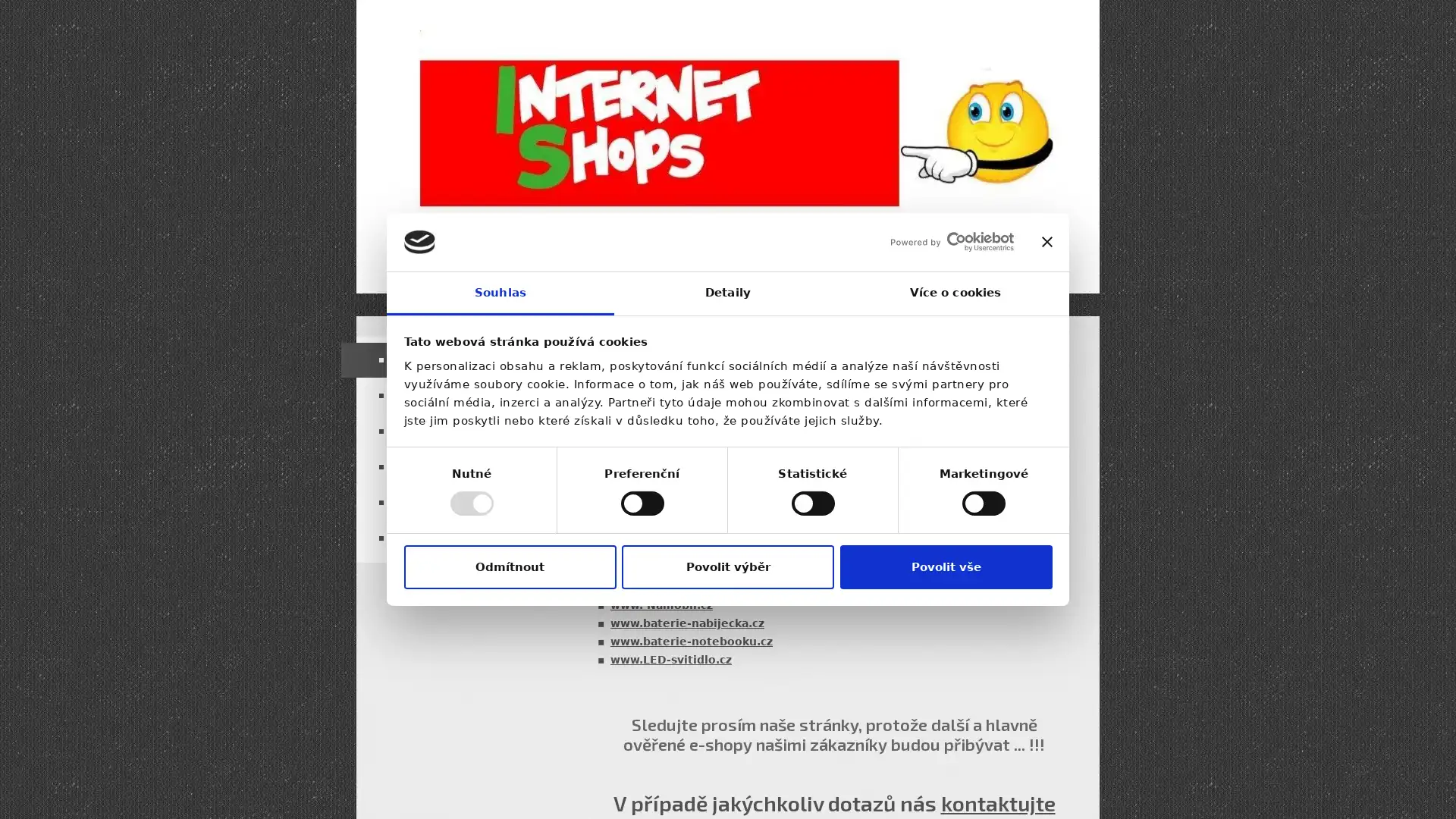 The height and width of the screenshot is (819, 1456). What do you see at coordinates (728, 566) in the screenshot?
I see `Povolit vyber` at bounding box center [728, 566].